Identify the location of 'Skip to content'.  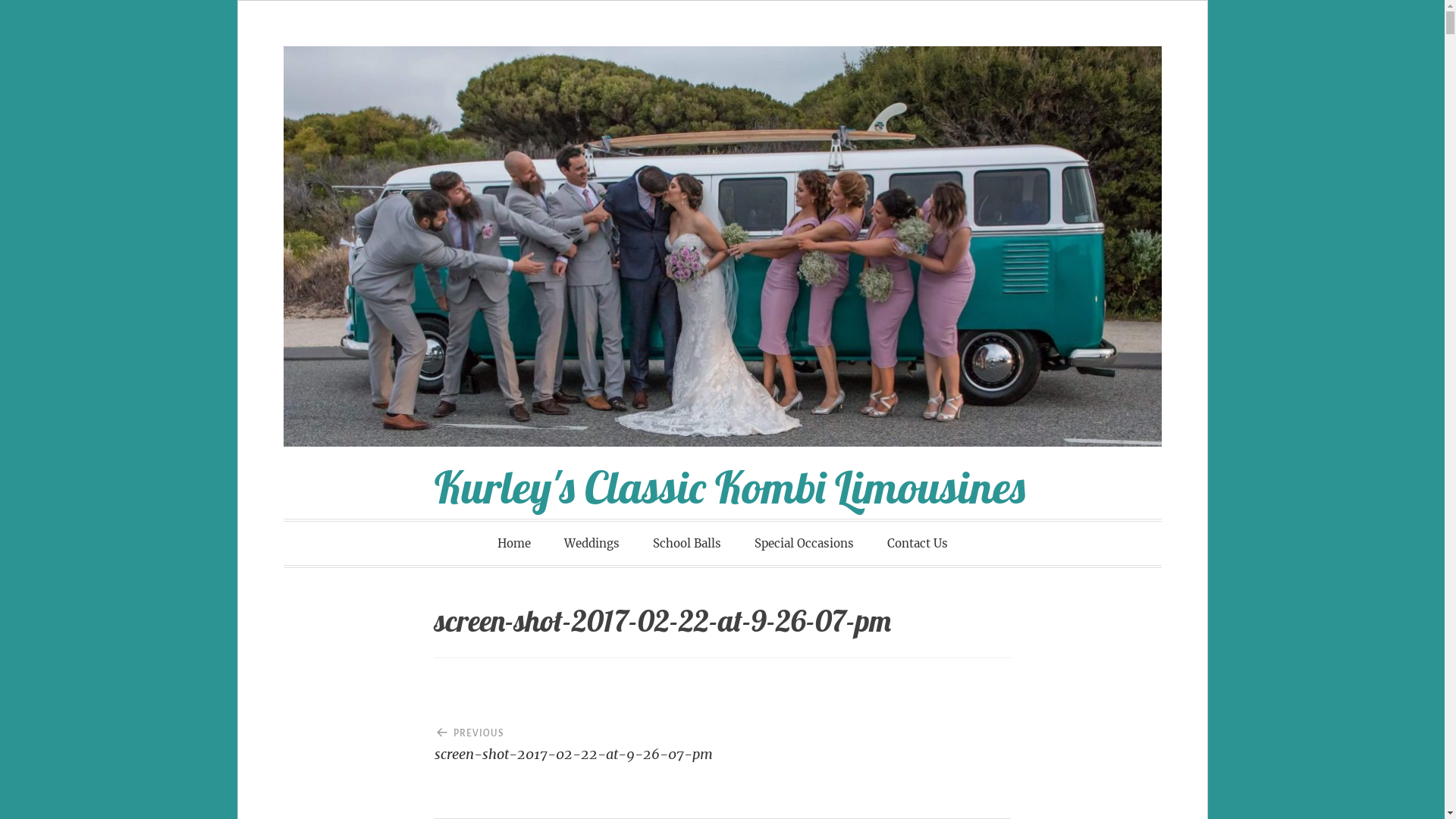
(237, 45).